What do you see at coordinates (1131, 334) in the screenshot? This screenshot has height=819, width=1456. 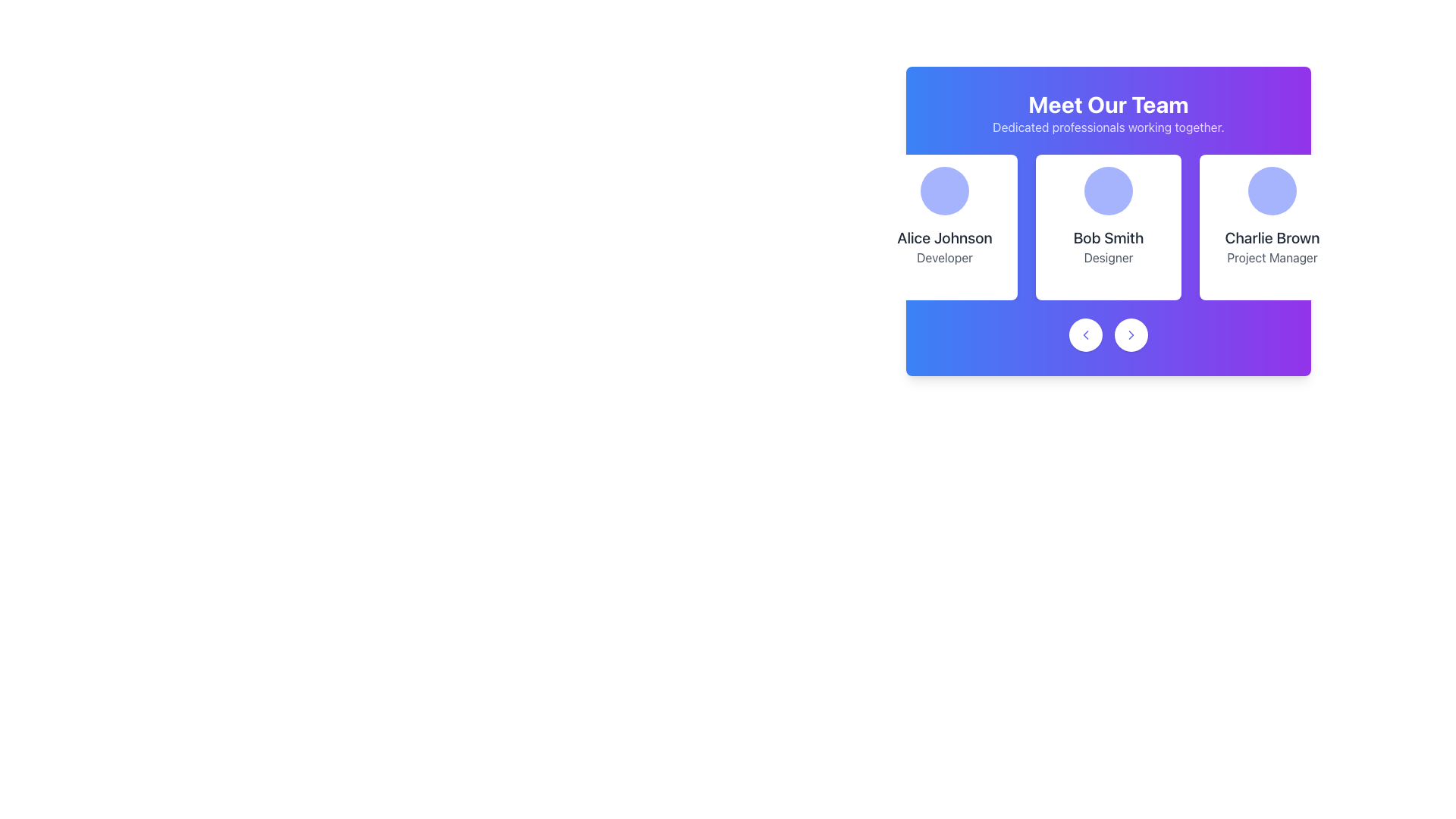 I see `the right-facing chevron arrow within the SVG, which is part of the second navigation button below the team profile cards` at bounding box center [1131, 334].